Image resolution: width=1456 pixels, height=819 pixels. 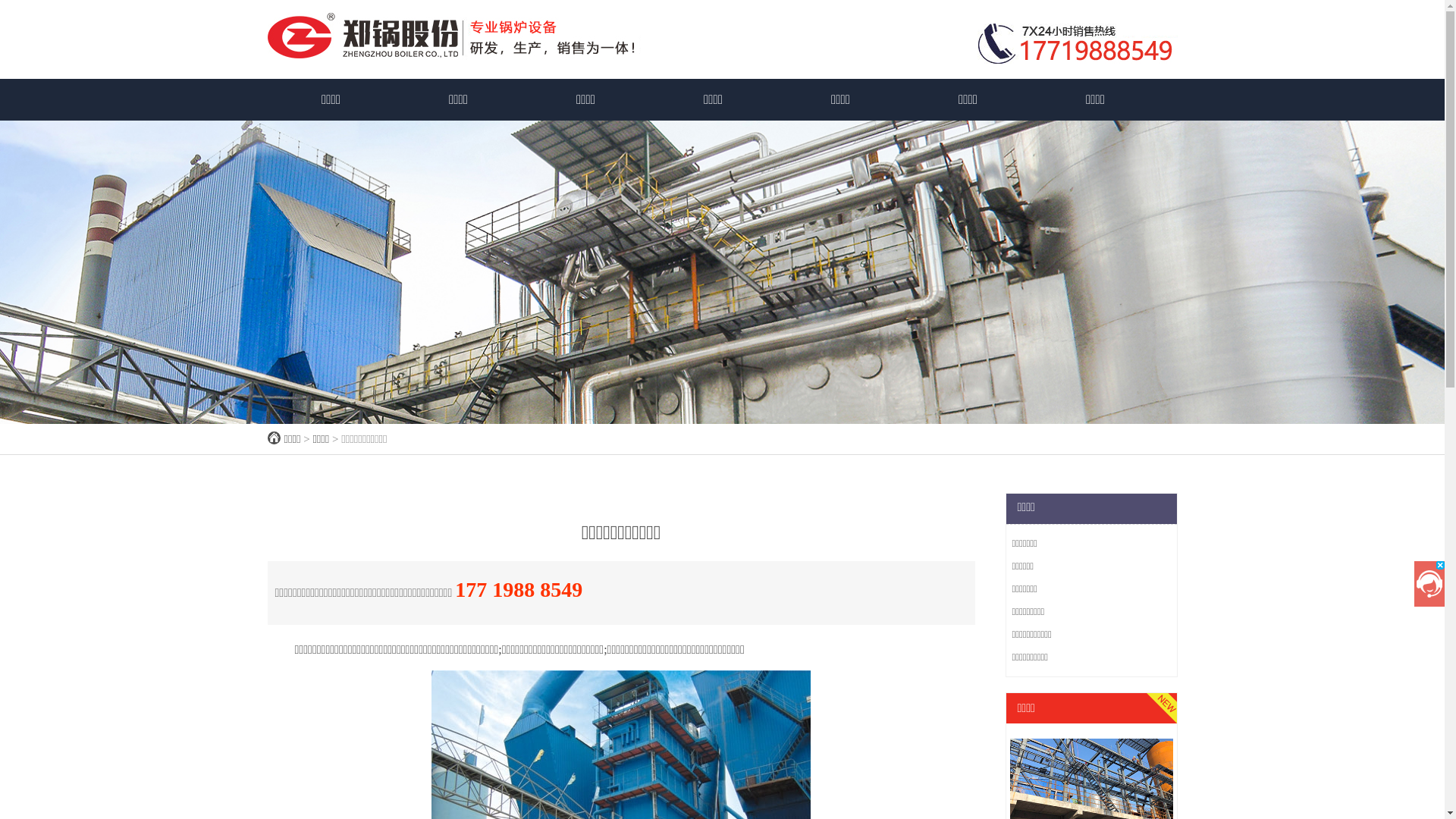 I want to click on '177 1988 8549', so click(x=454, y=588).